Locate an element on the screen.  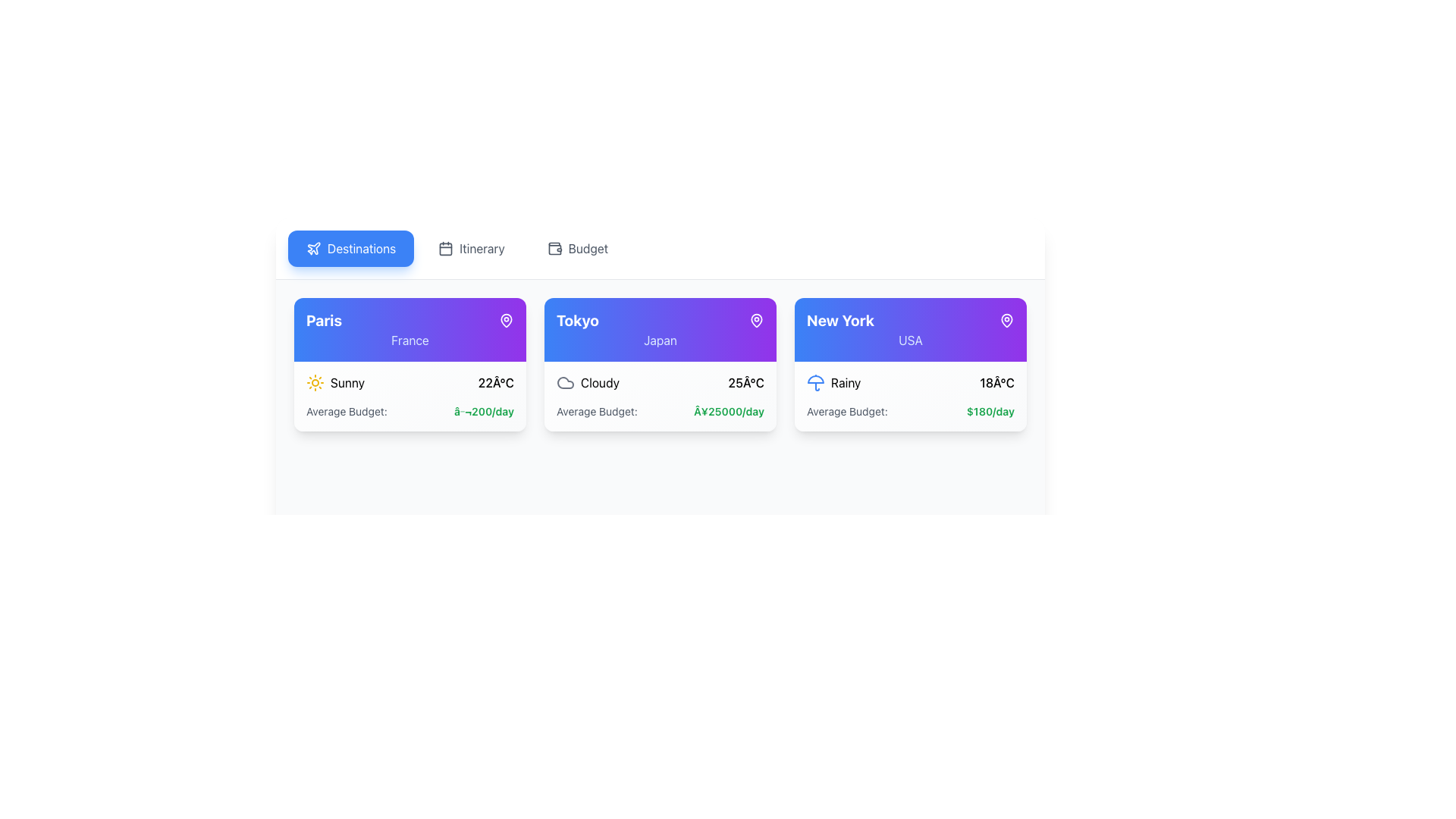
the text label 'Average Budget:' which is styled in gray and located below the weather description within the 'New York, USA' card is located at coordinates (846, 412).